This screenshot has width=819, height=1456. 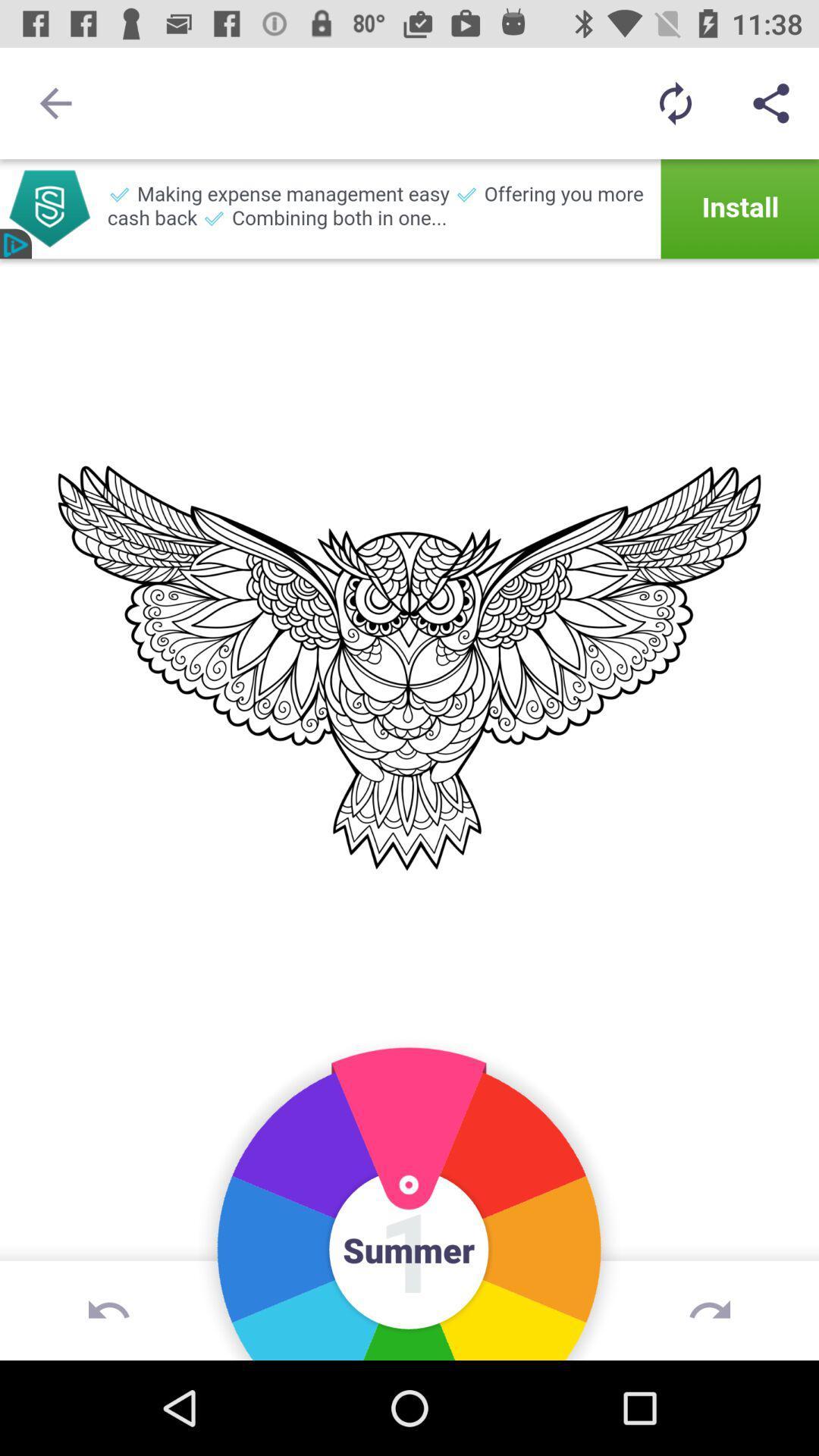 I want to click on the undo icon, so click(x=108, y=1310).